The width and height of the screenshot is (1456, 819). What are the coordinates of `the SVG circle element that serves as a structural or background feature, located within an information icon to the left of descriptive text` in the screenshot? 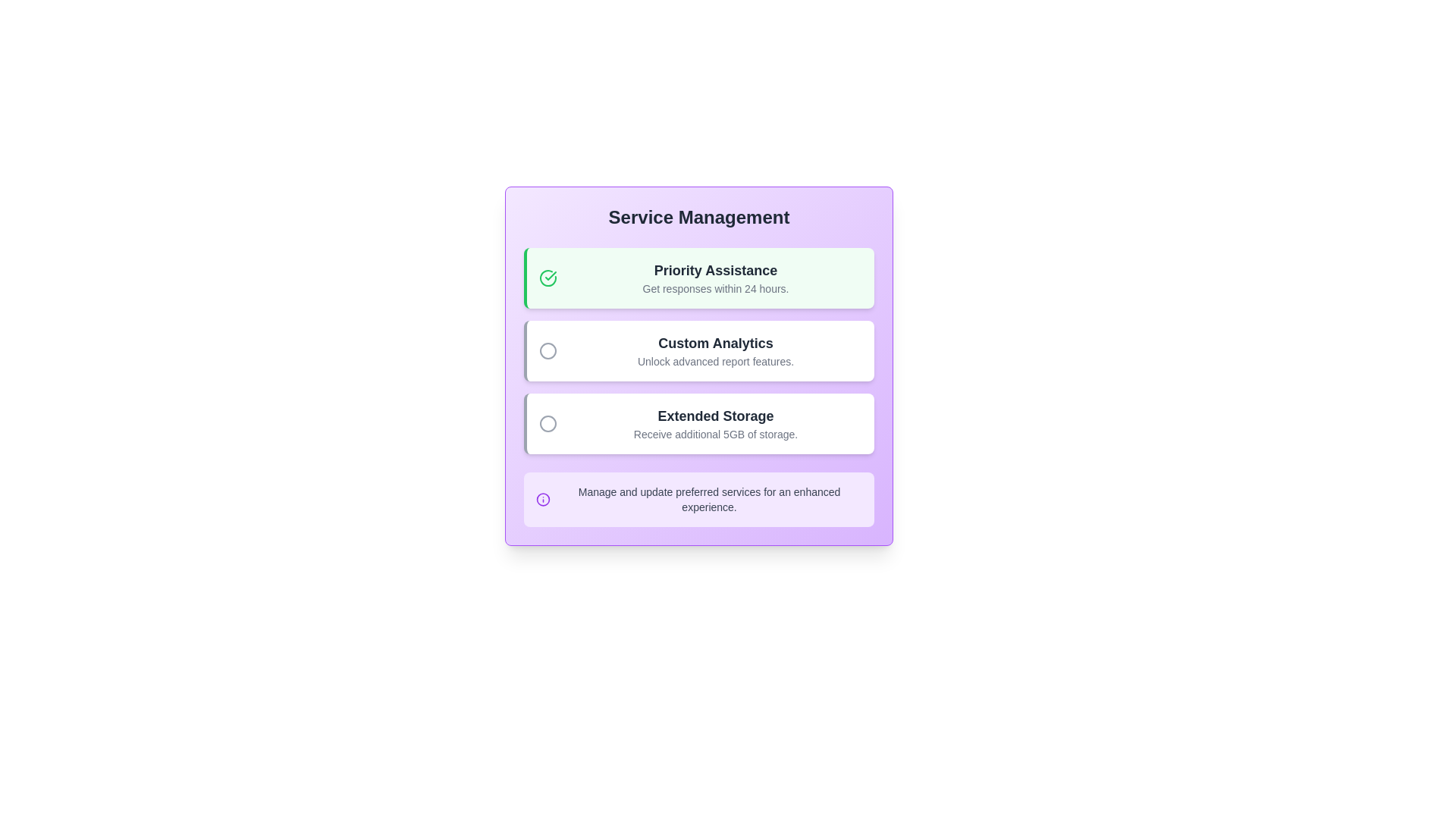 It's located at (543, 500).